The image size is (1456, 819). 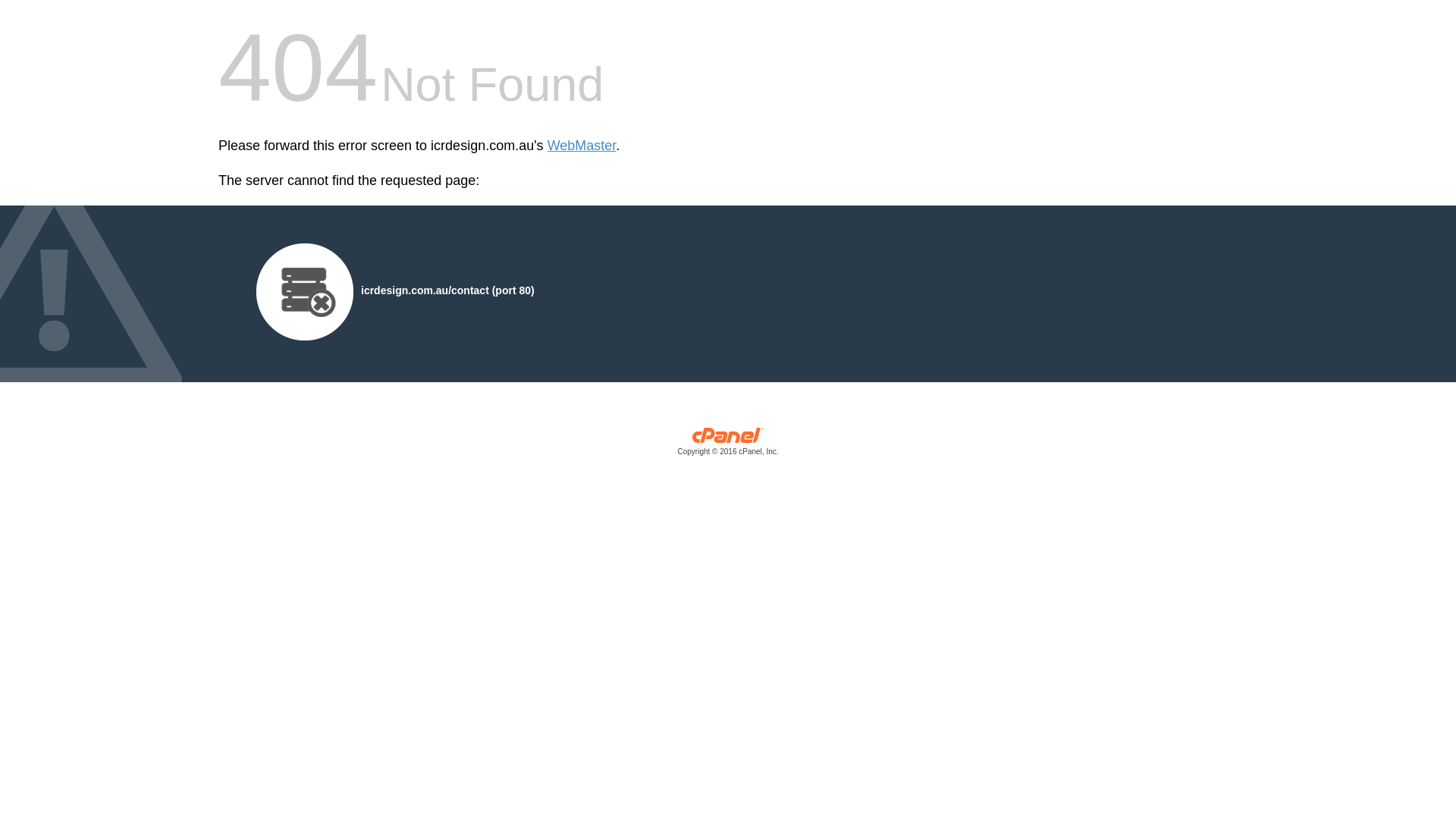 What do you see at coordinates (581, 146) in the screenshot?
I see `'WebMaster'` at bounding box center [581, 146].